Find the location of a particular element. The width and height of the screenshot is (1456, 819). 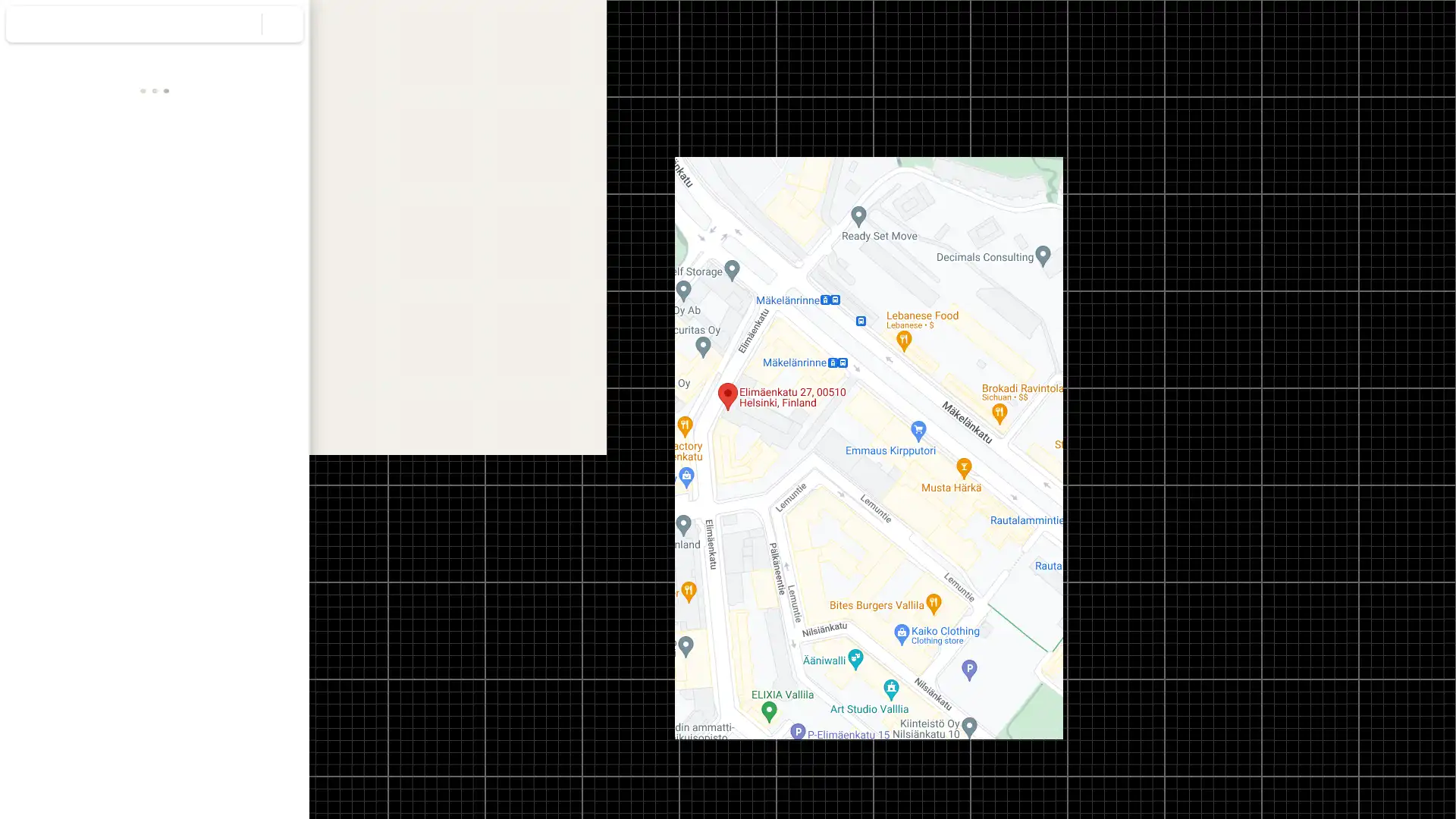

Collapse side panel is located at coordinates (317, 409).